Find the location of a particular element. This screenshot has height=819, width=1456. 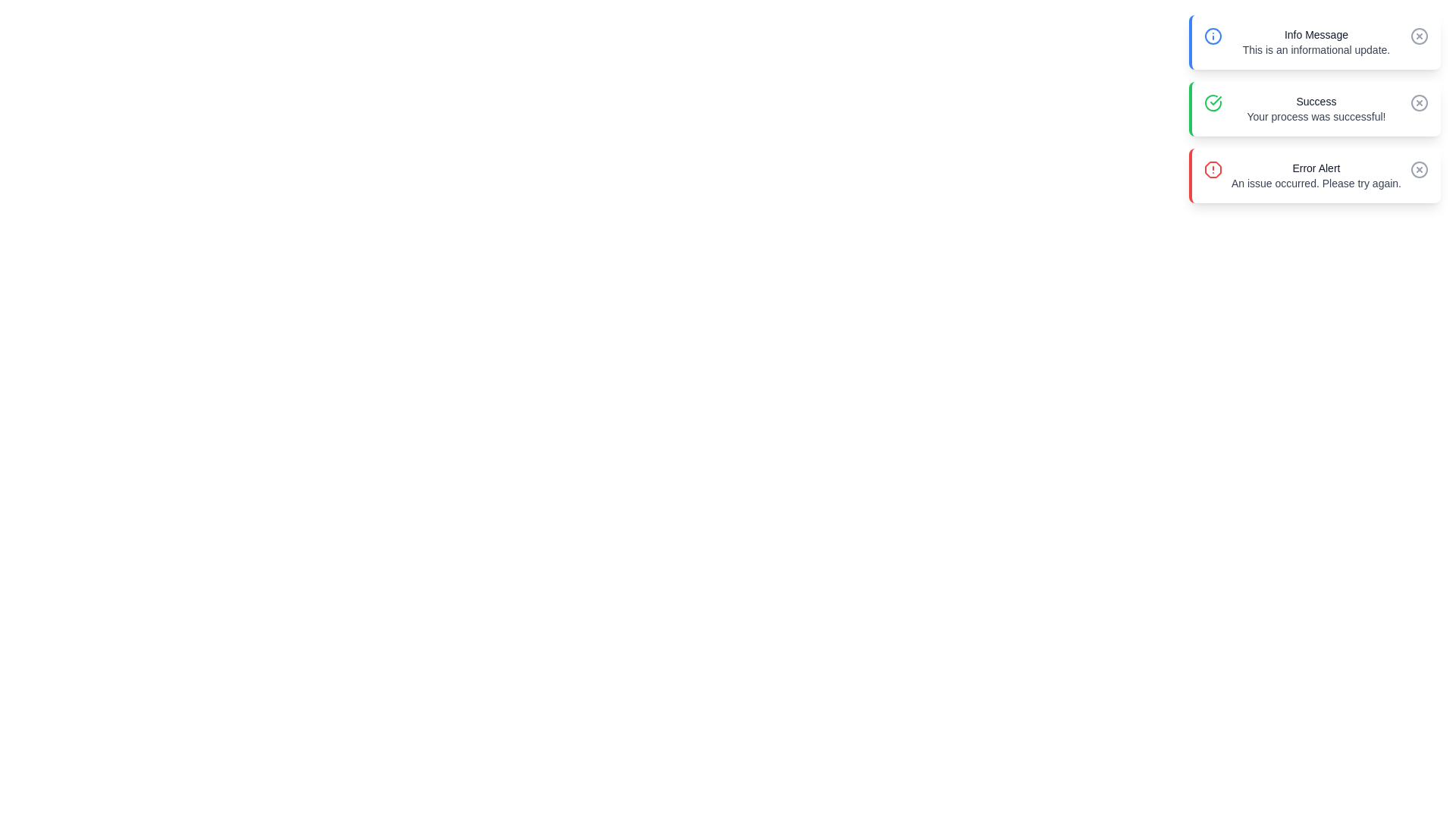

the static text displaying 'An issue occurred. Please try again.' which is styled with small-sized gray text and is positioned below 'Error Alert' within a notification card is located at coordinates (1315, 183).